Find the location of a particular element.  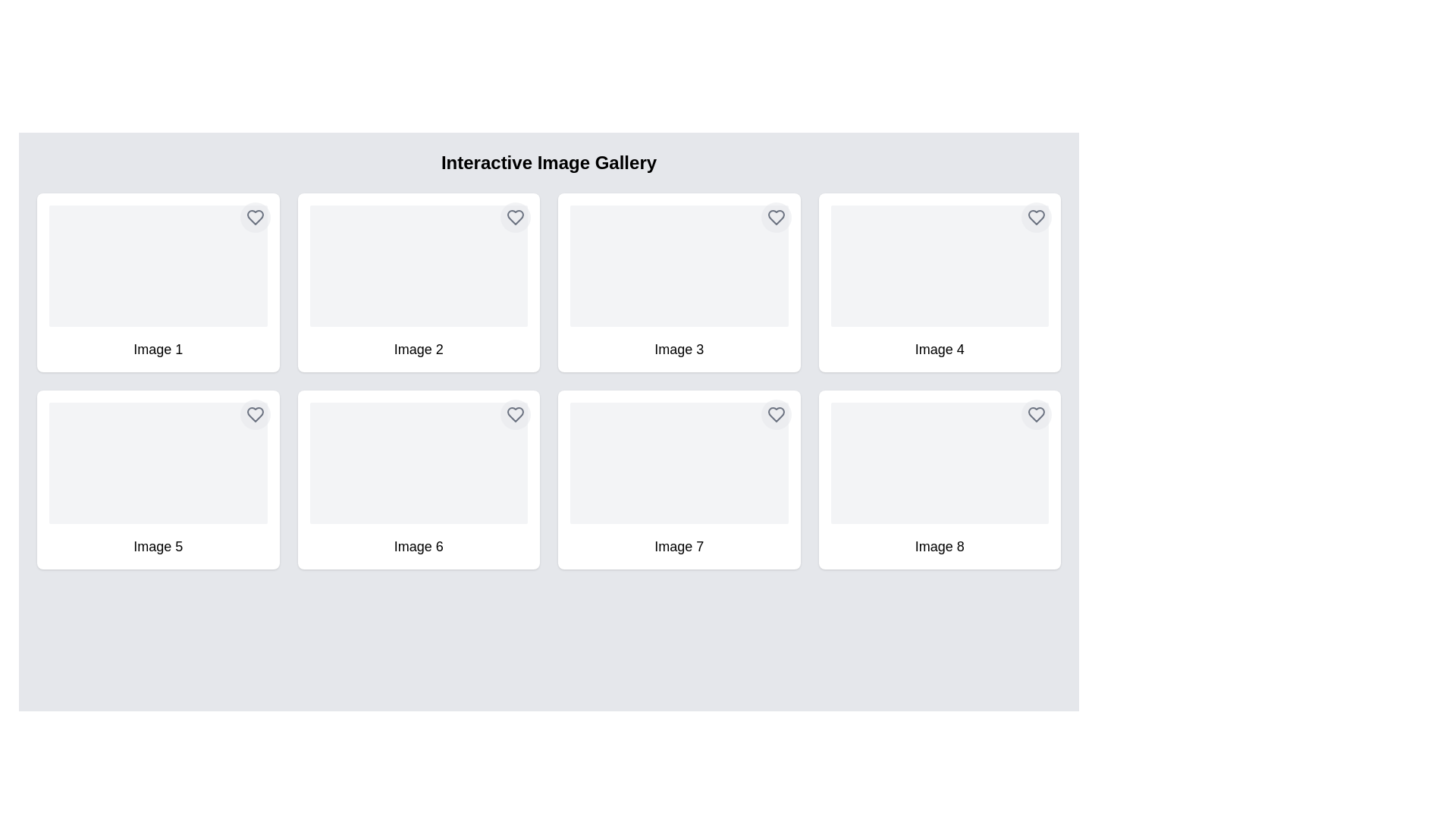

the descriptive text label associated with the fourth item in the grid layout, which is positioned below the image placeholder and centered horizontally in the card is located at coordinates (939, 350).